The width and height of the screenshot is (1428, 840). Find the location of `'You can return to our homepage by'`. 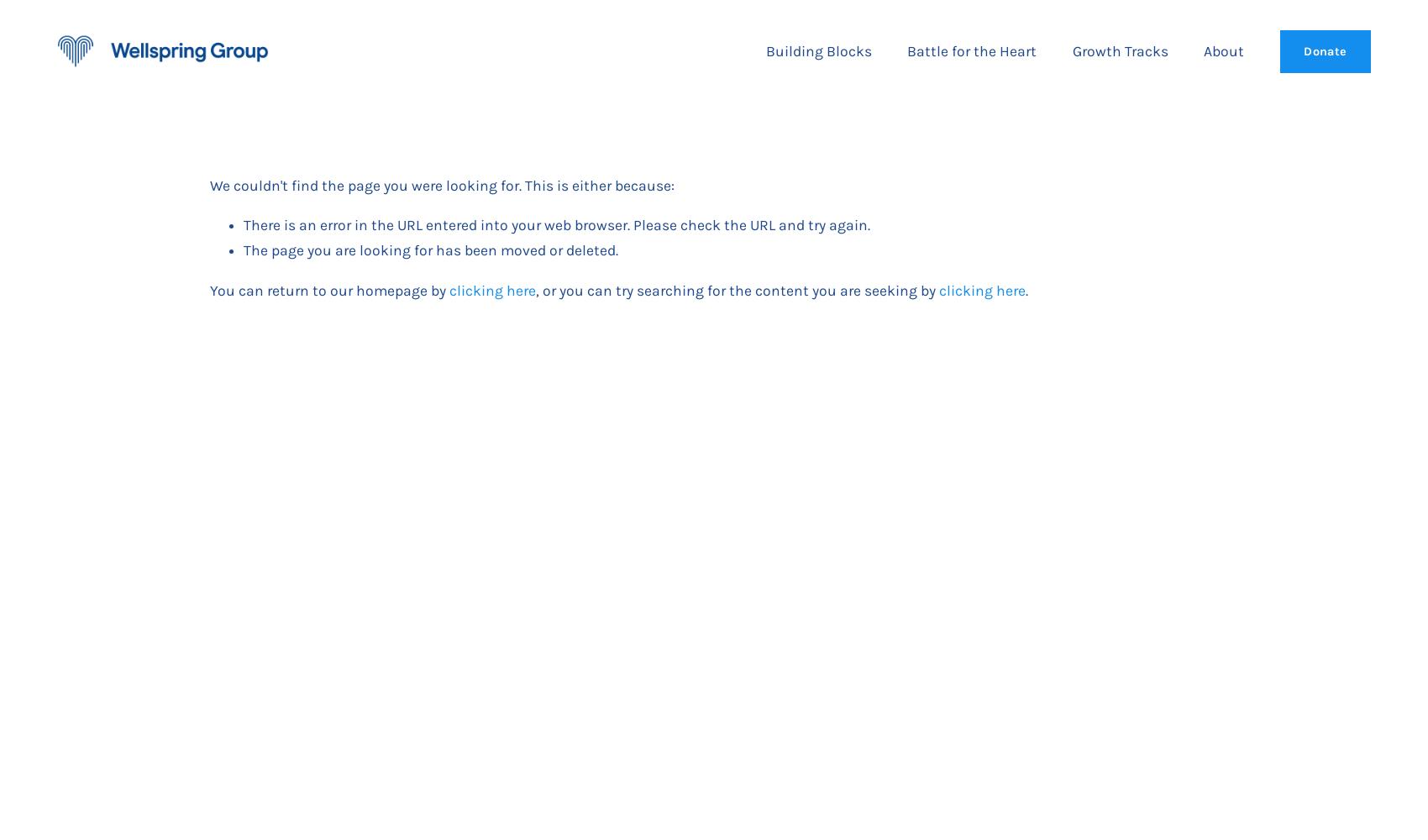

'You can return to our homepage by' is located at coordinates (328, 289).